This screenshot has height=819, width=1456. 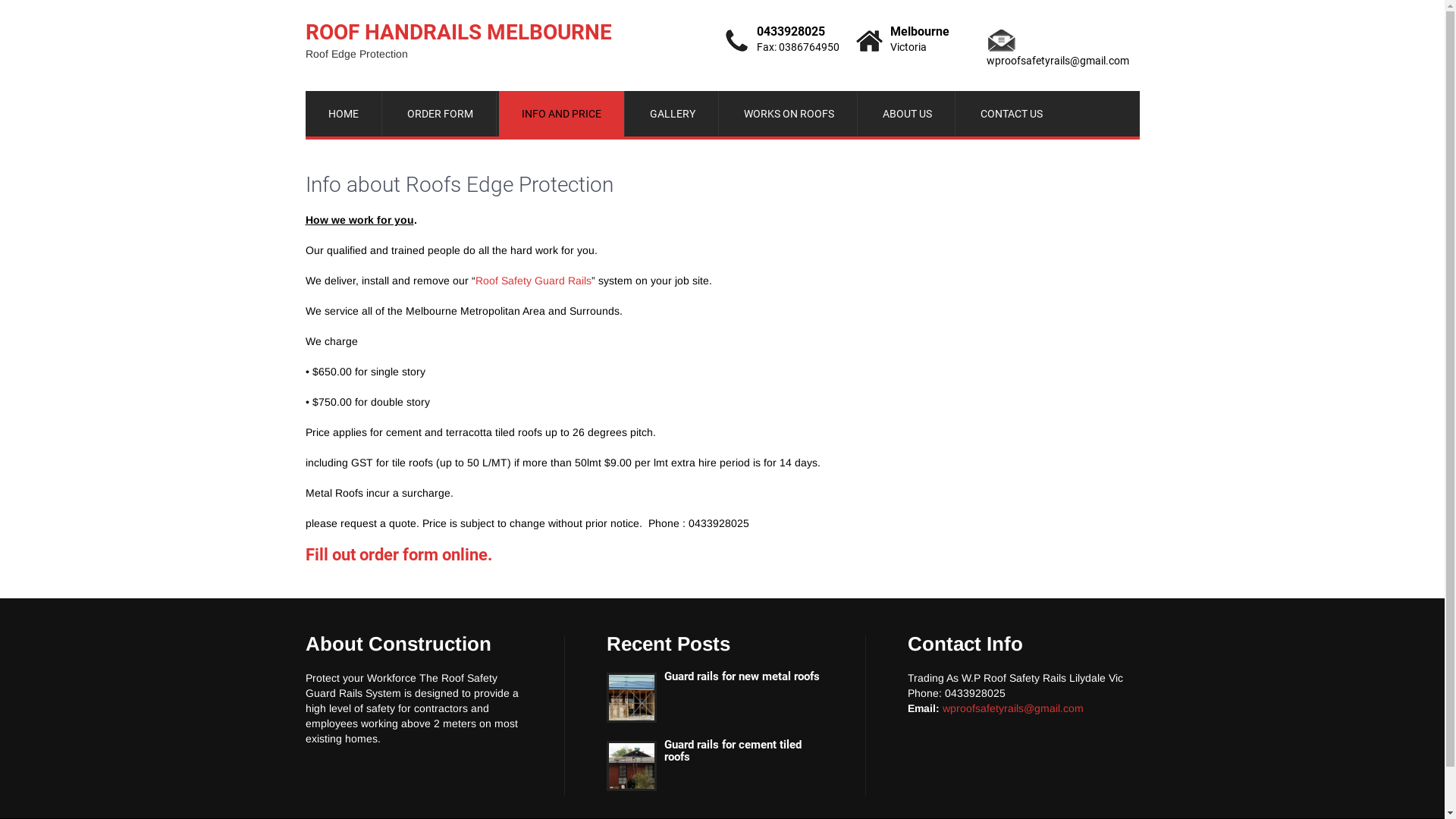 What do you see at coordinates (560, 113) in the screenshot?
I see `'INFO AND PRICE'` at bounding box center [560, 113].